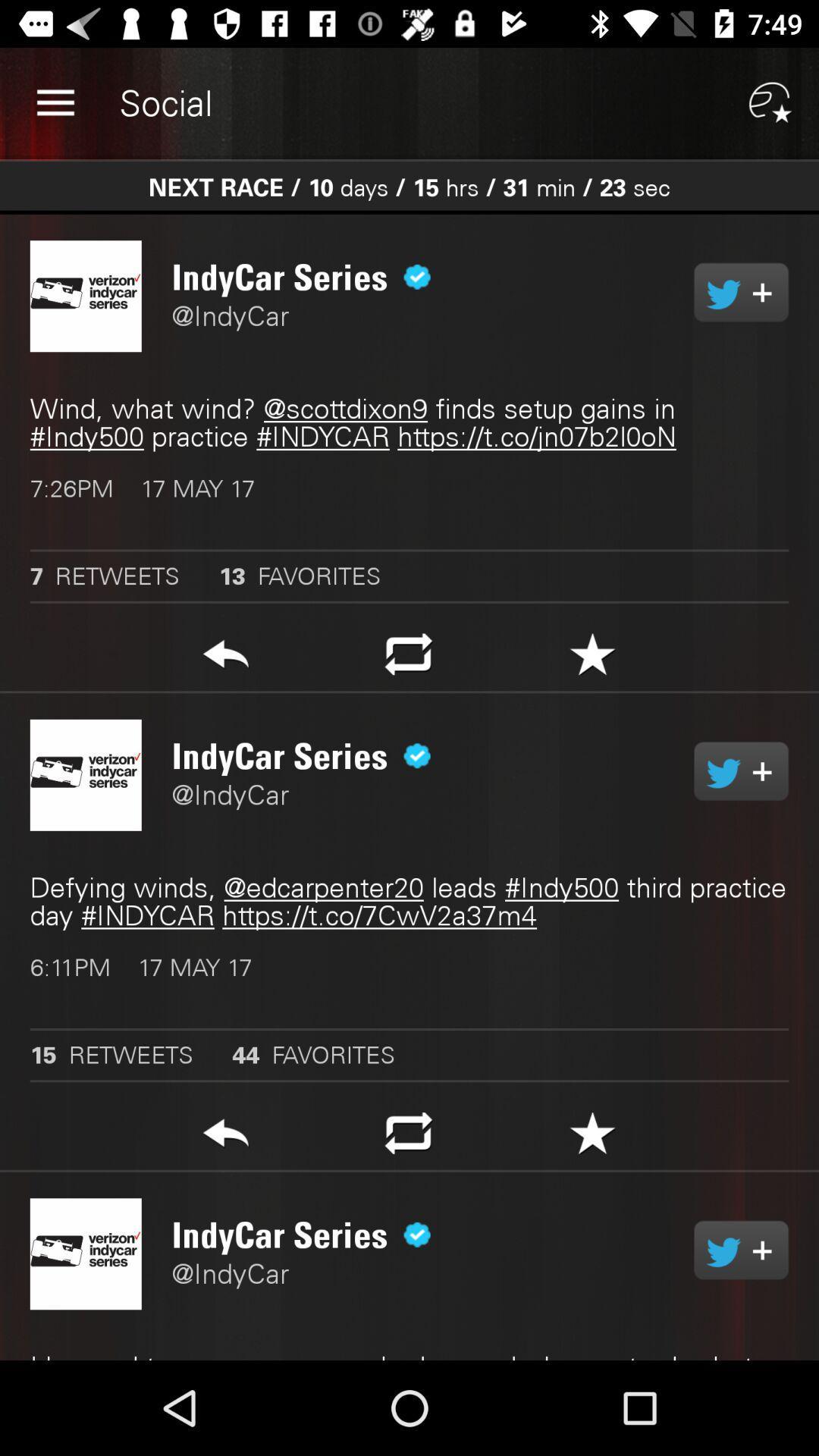  What do you see at coordinates (55, 102) in the screenshot?
I see `the item to the left of social app` at bounding box center [55, 102].